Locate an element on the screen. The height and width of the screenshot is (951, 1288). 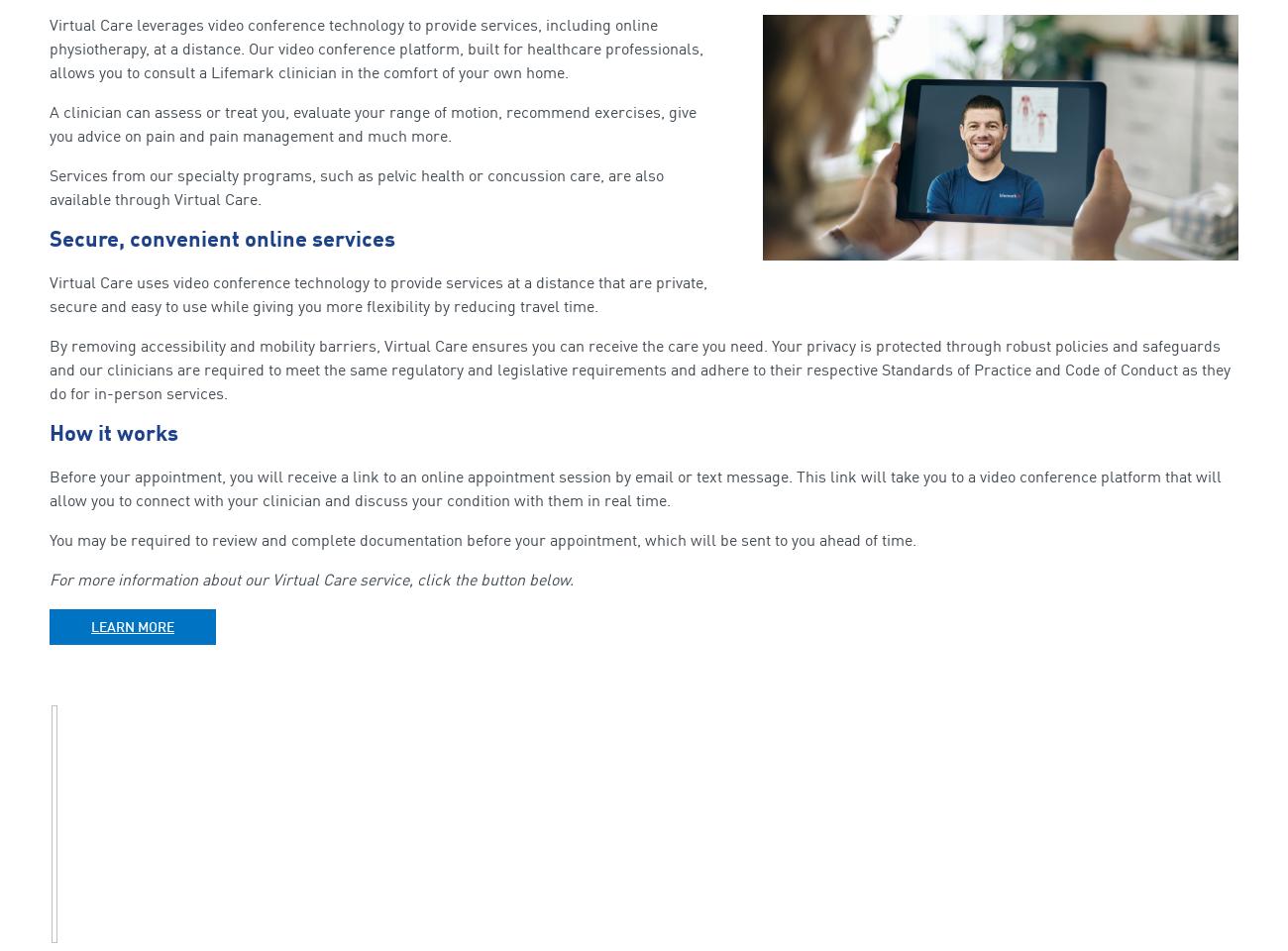
'Learn more' is located at coordinates (132, 626).